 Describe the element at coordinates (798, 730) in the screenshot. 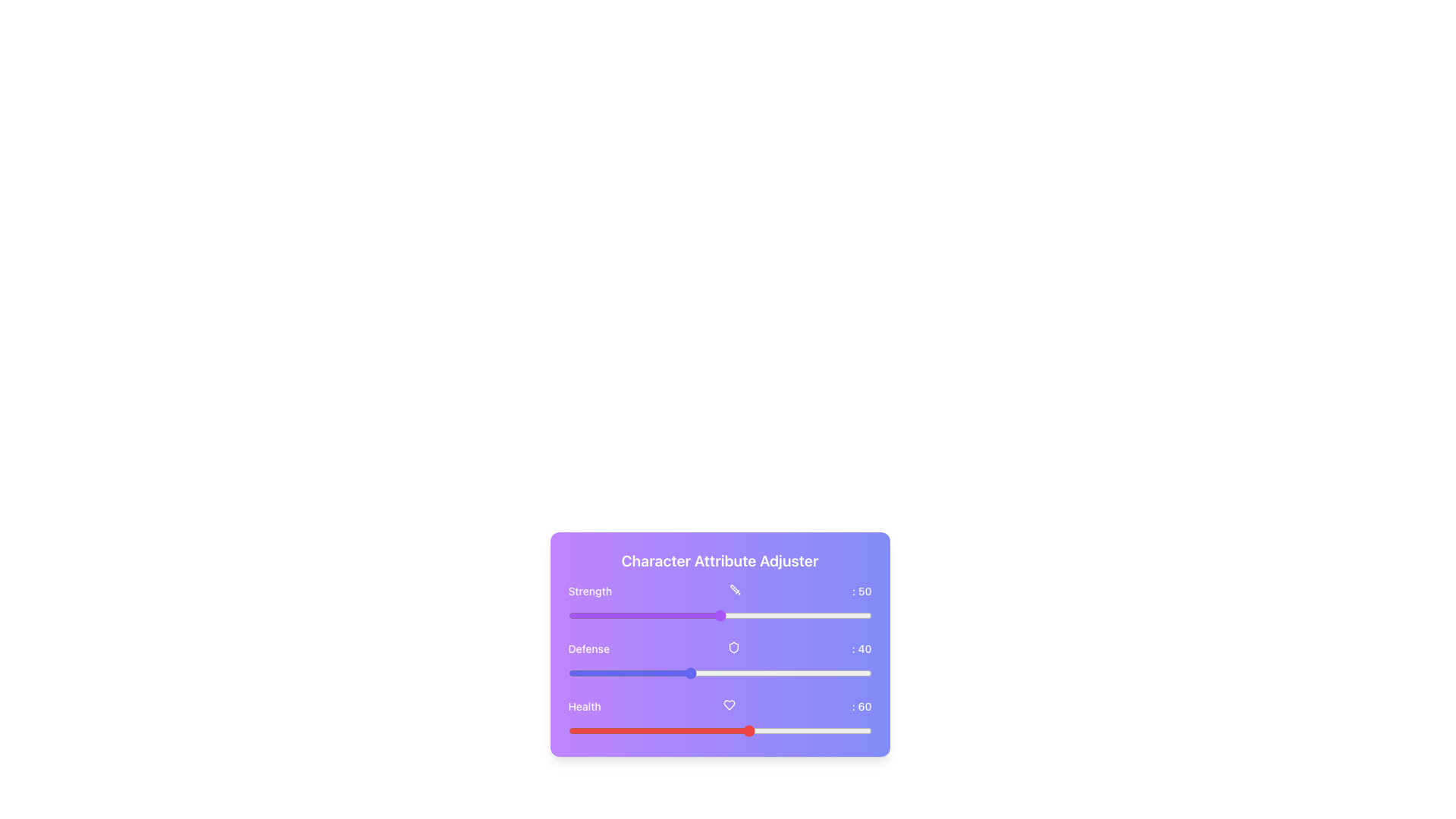

I see `health` at that location.